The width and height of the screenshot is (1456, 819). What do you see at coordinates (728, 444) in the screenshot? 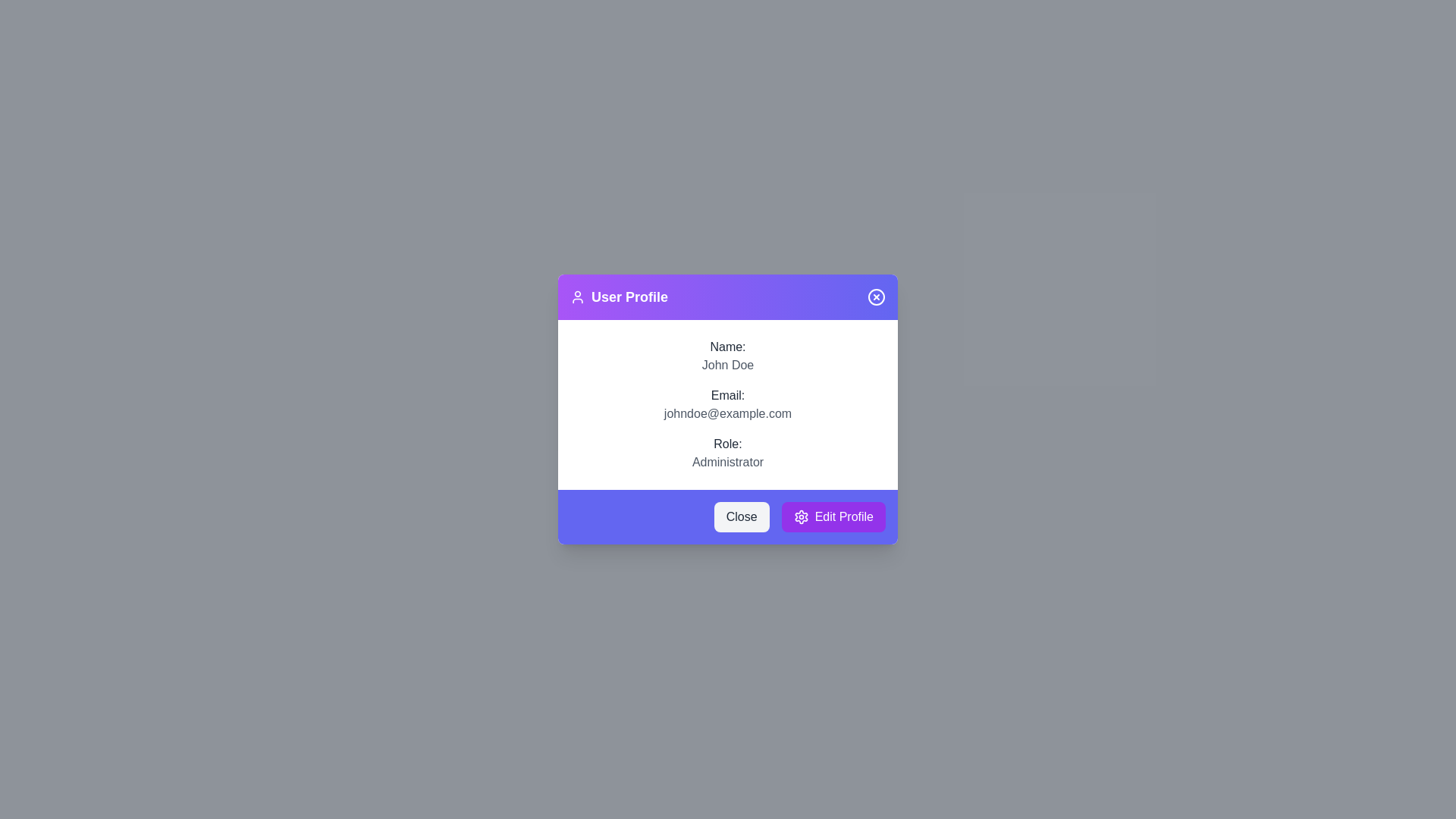
I see `the static text label displaying 'Role:' which is located in the user information dialog window, above the text 'Administrator'` at bounding box center [728, 444].